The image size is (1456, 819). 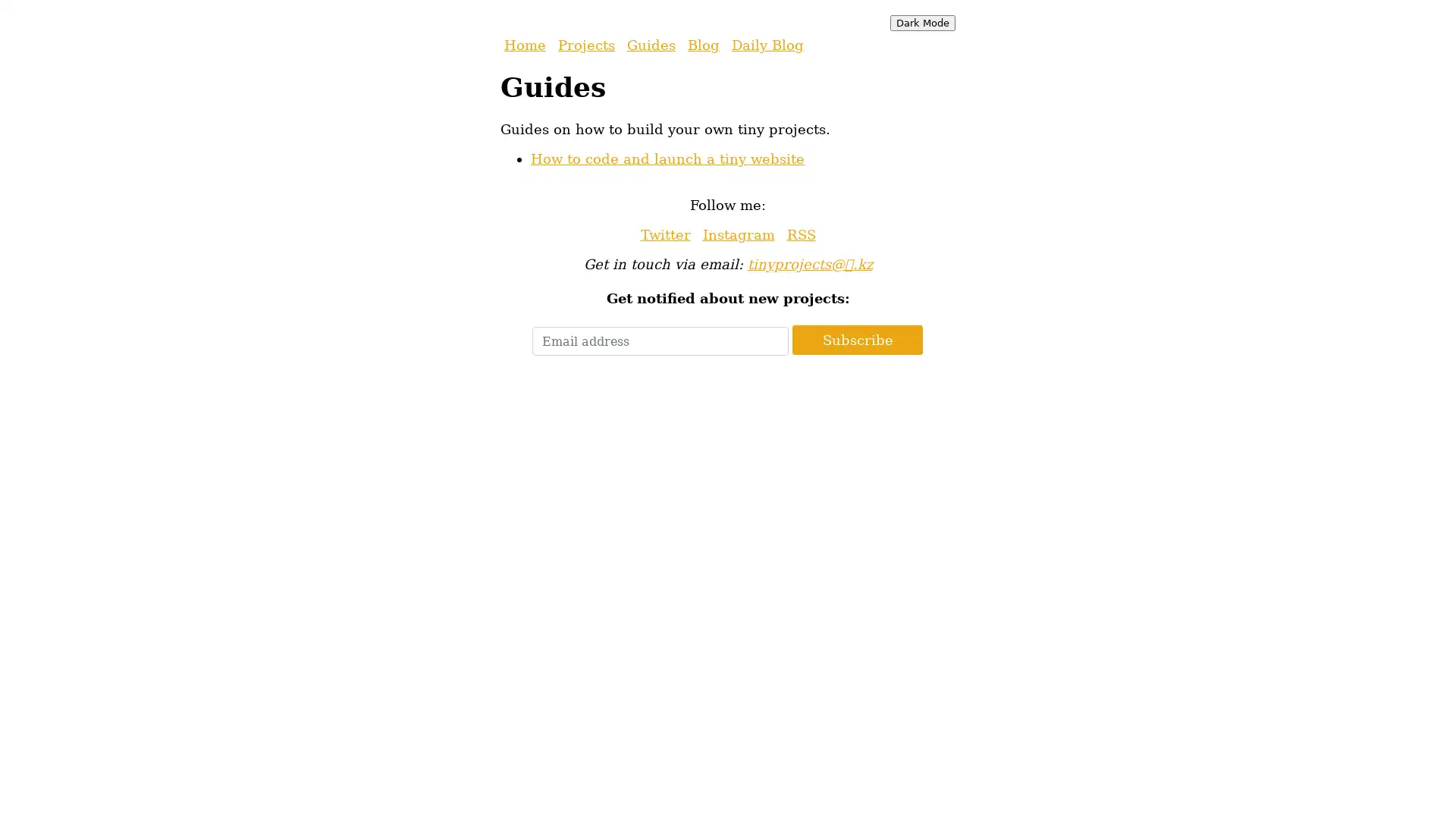 I want to click on Subscribe, so click(x=858, y=339).